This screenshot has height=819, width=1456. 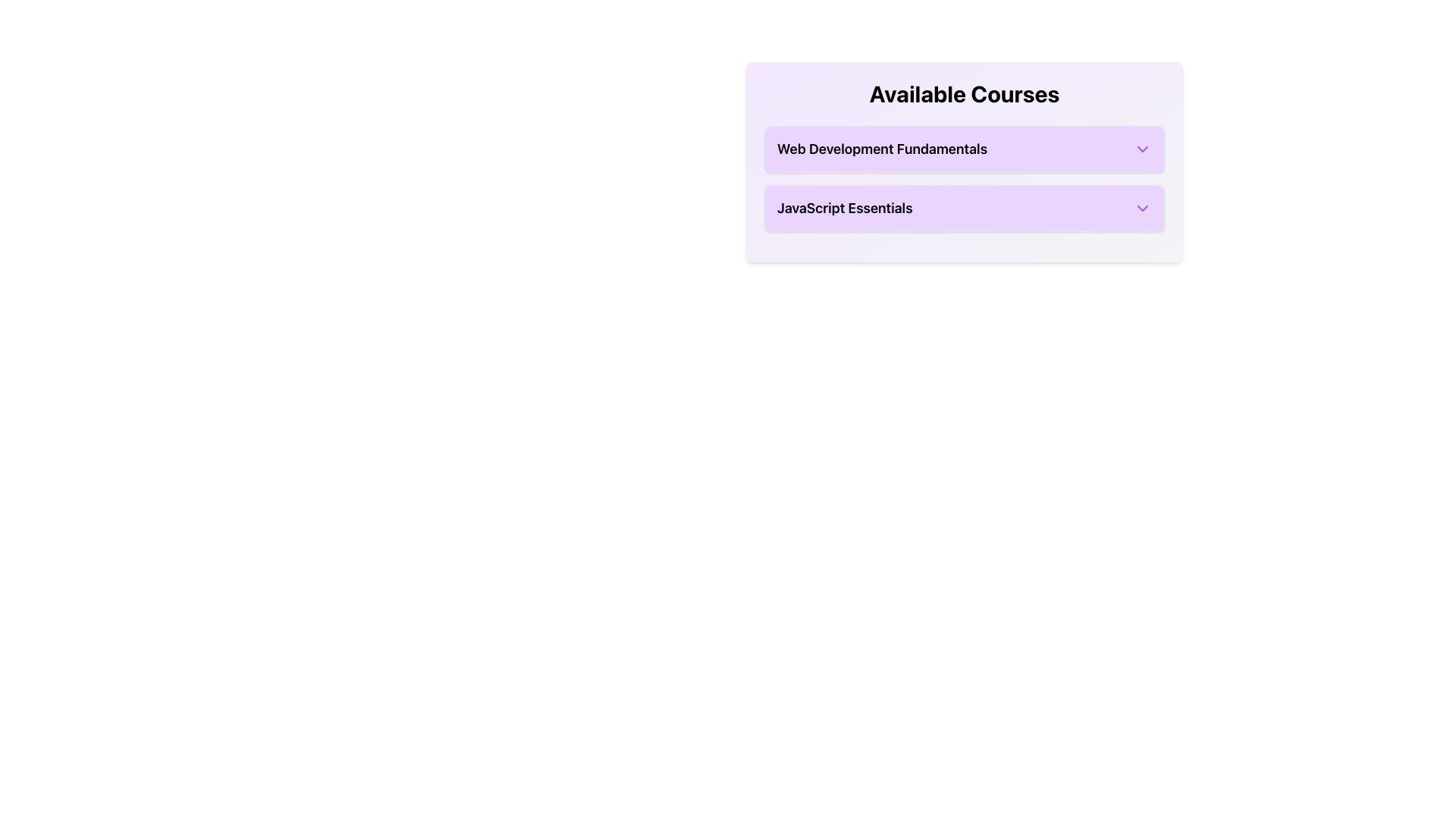 I want to click on the Text Label displaying 'JavaScript Essentials' in bold black font, located in the center-left of the second item under the 'Available Courses' section with a light purple background, so click(x=844, y=208).